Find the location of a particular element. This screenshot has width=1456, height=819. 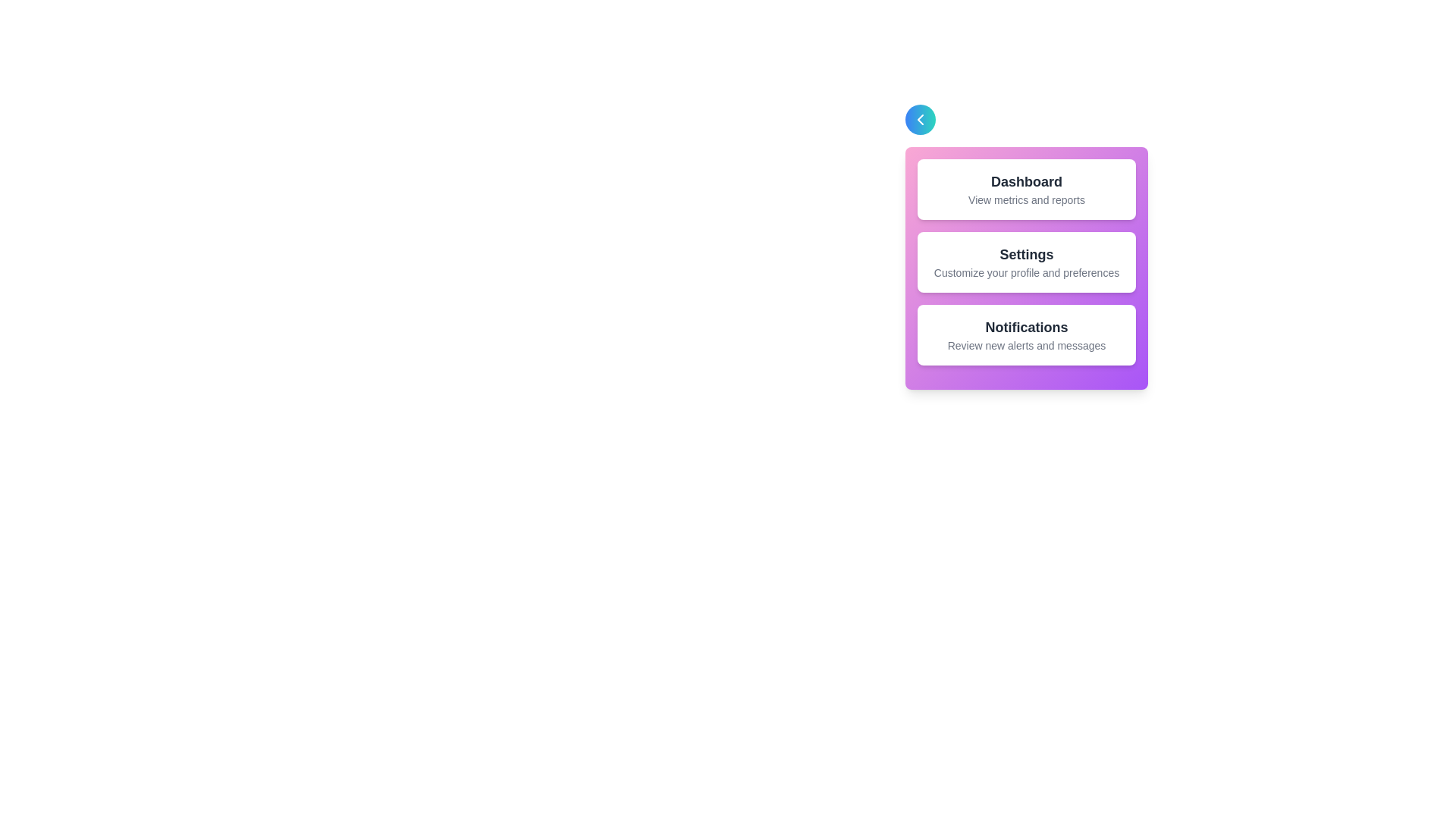

the section titled 'Notifications' to observe its visual effect is located at coordinates (1026, 334).